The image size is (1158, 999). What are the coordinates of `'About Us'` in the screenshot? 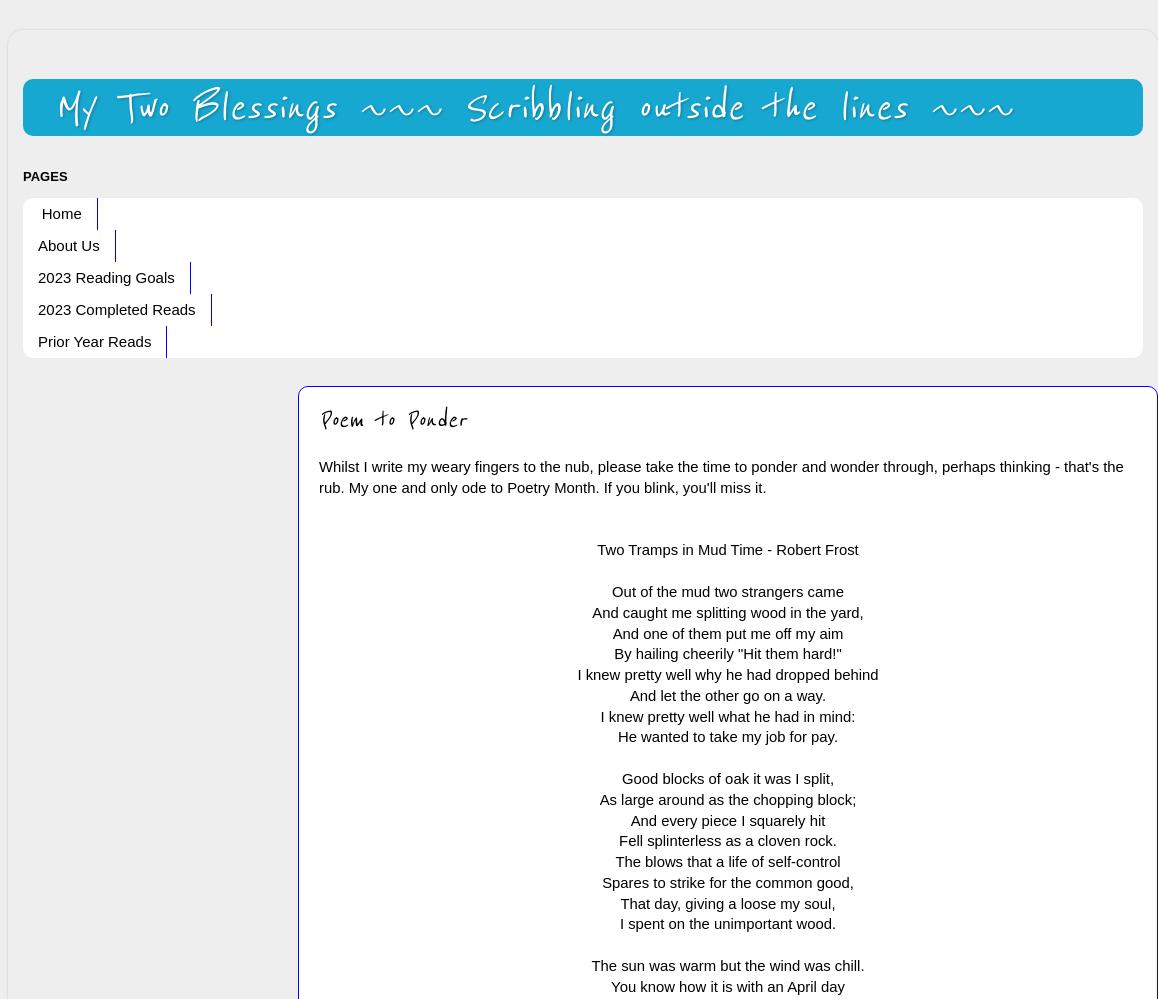 It's located at (68, 245).